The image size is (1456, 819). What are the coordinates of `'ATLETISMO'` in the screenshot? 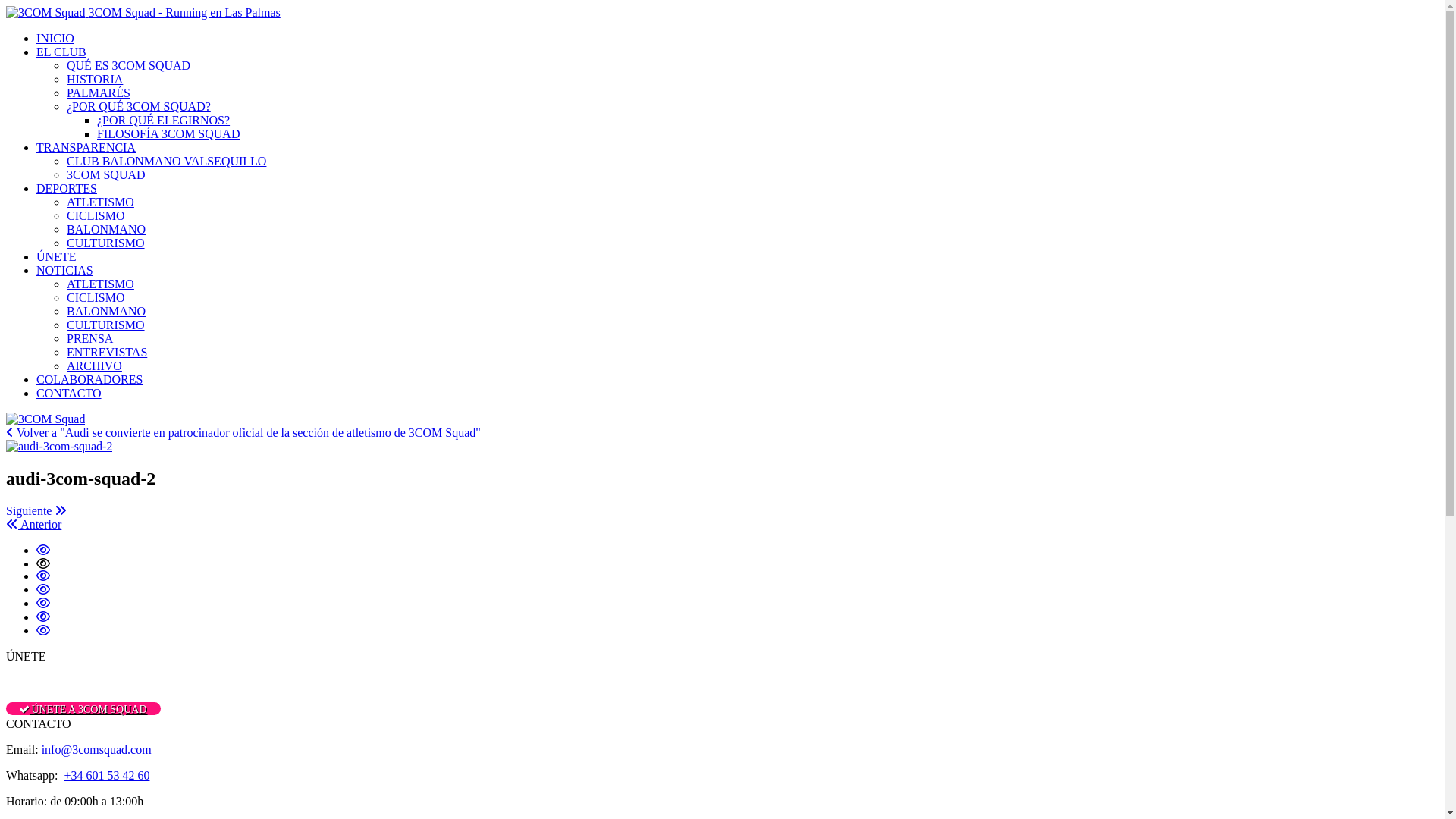 It's located at (99, 284).